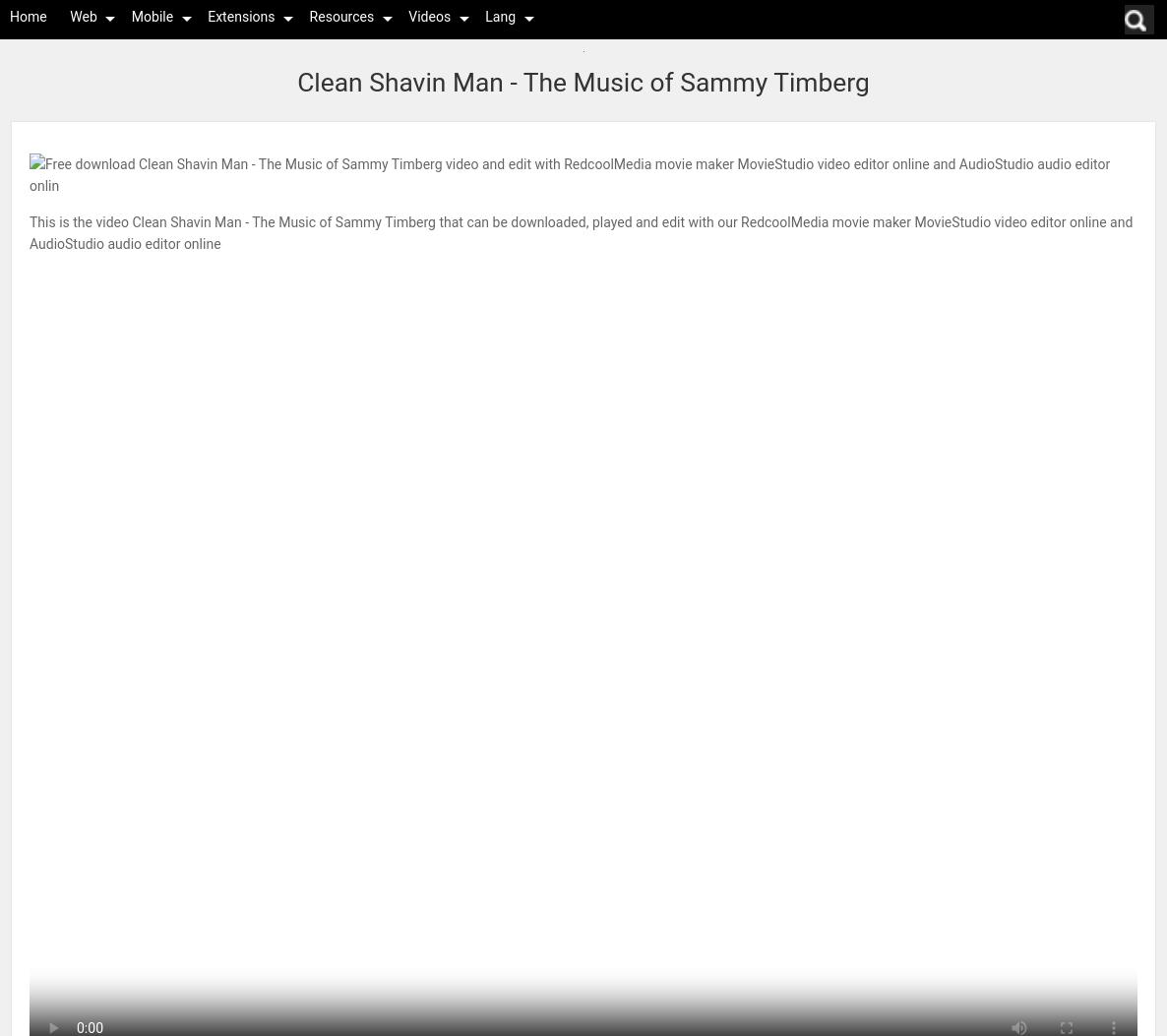  What do you see at coordinates (499, 16) in the screenshot?
I see `'Lang'` at bounding box center [499, 16].